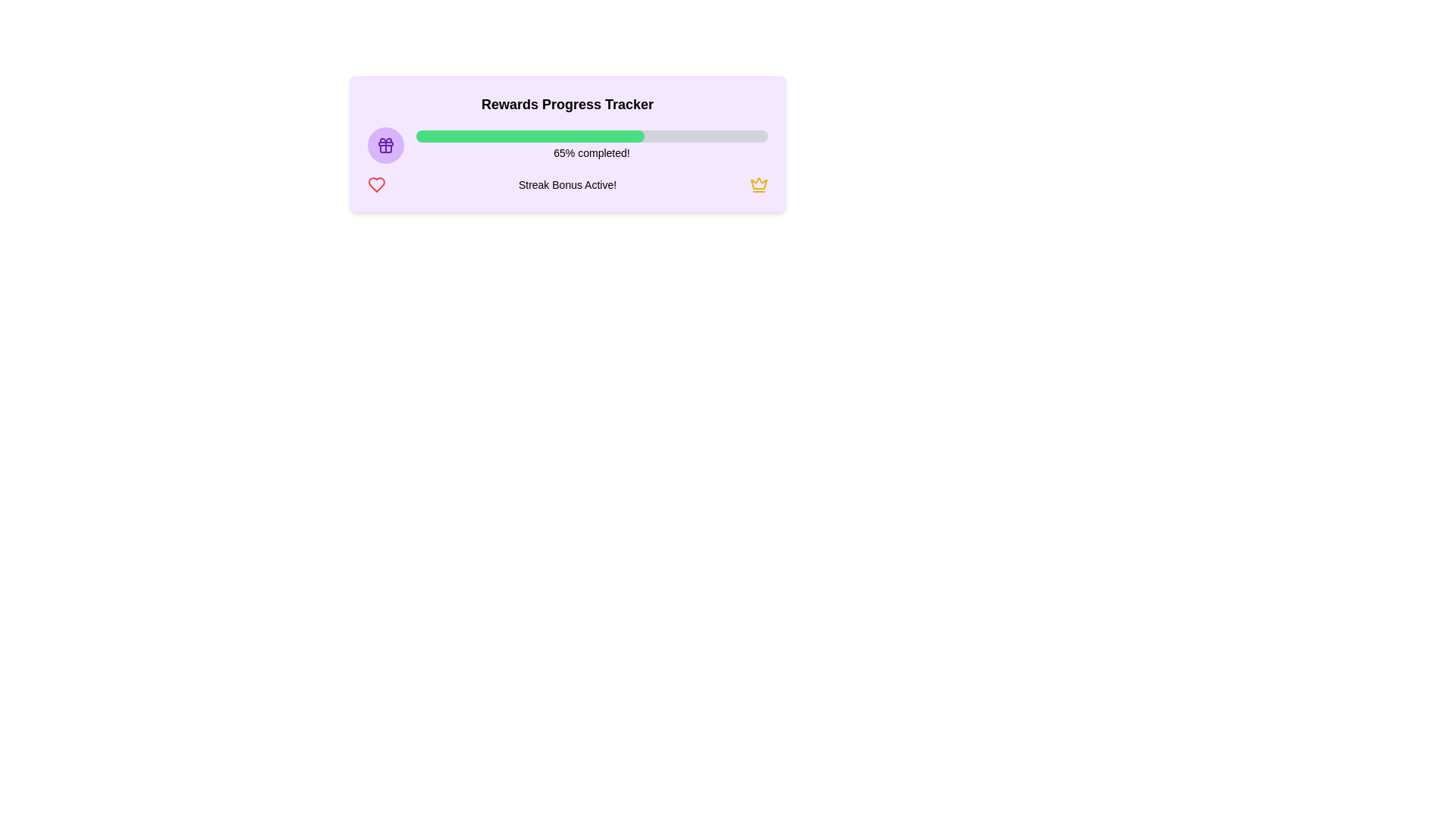  What do you see at coordinates (376, 184) in the screenshot?
I see `the SVG Icon that conveys a positive sentiment, located in the bottom-left section of the 'Rewards Progress Tracker' interface` at bounding box center [376, 184].